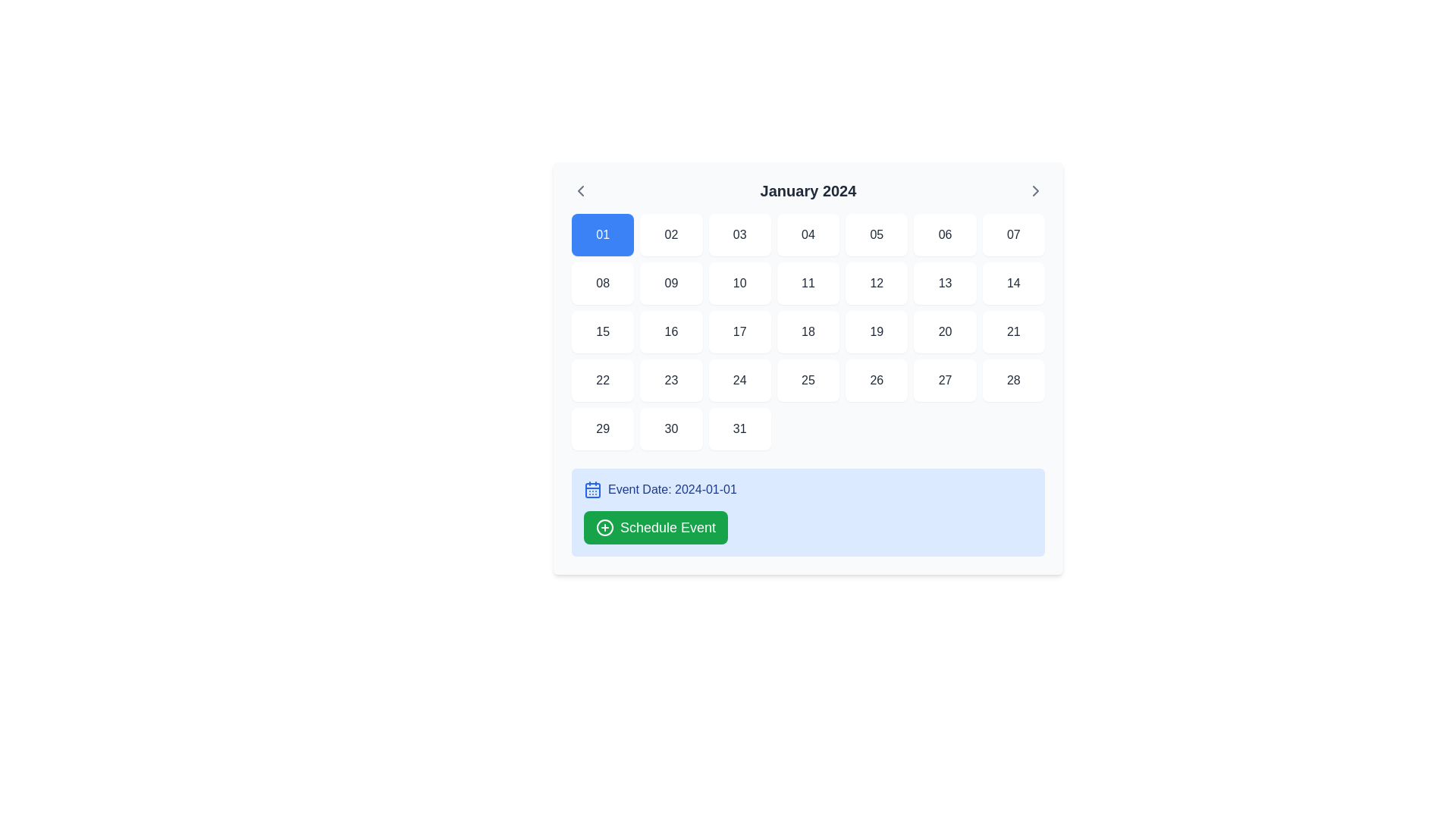 Image resolution: width=1456 pixels, height=819 pixels. I want to click on the rectangular button with the text '06' in a dark gray font, which is located in the top row, 6th column of the grid-style calendar layout, so click(944, 234).